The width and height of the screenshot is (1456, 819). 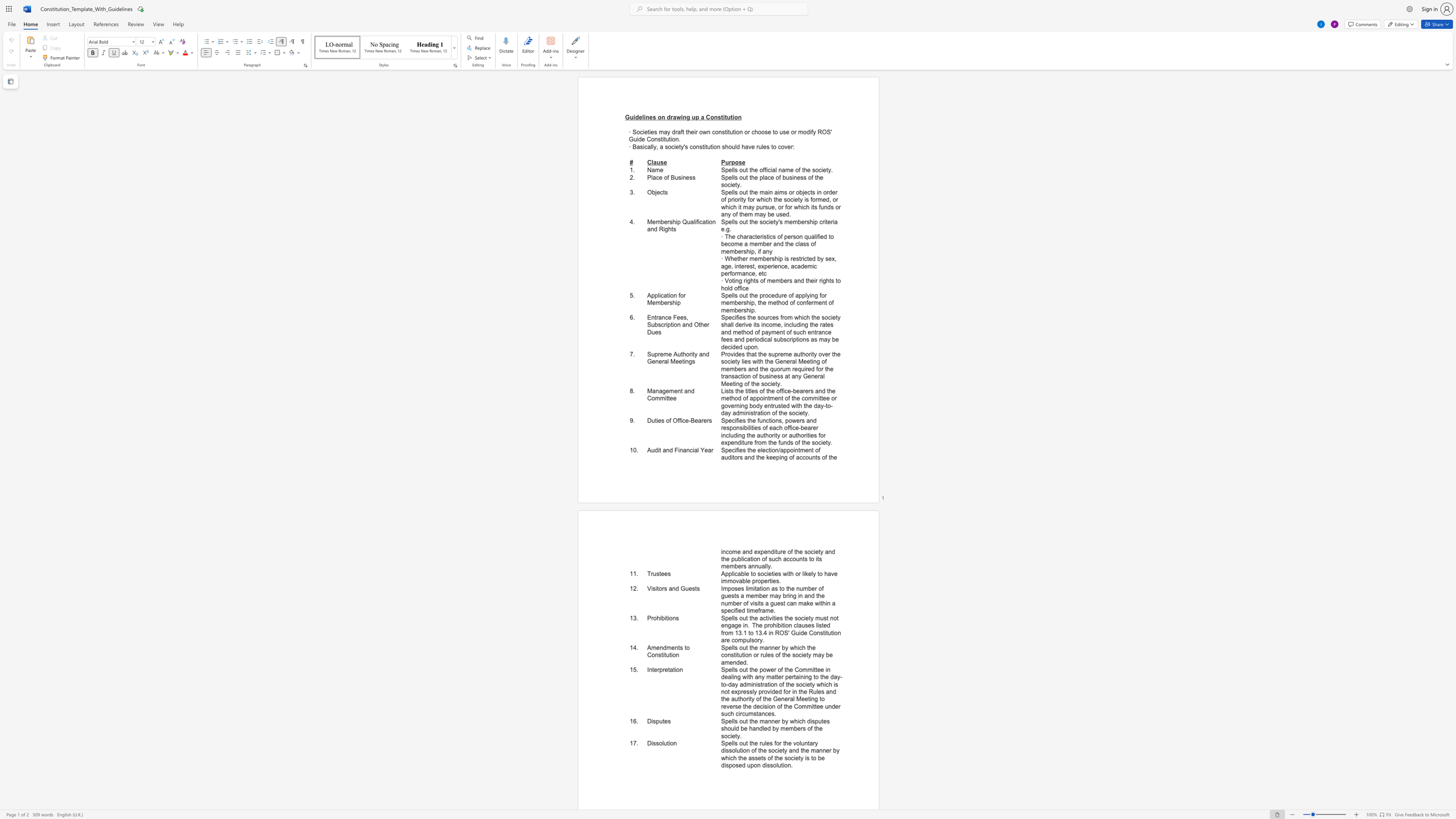 What do you see at coordinates (721, 580) in the screenshot?
I see `the subset text "immo" within the text "Applicable to societies with or likely to have immovable properties."` at bounding box center [721, 580].